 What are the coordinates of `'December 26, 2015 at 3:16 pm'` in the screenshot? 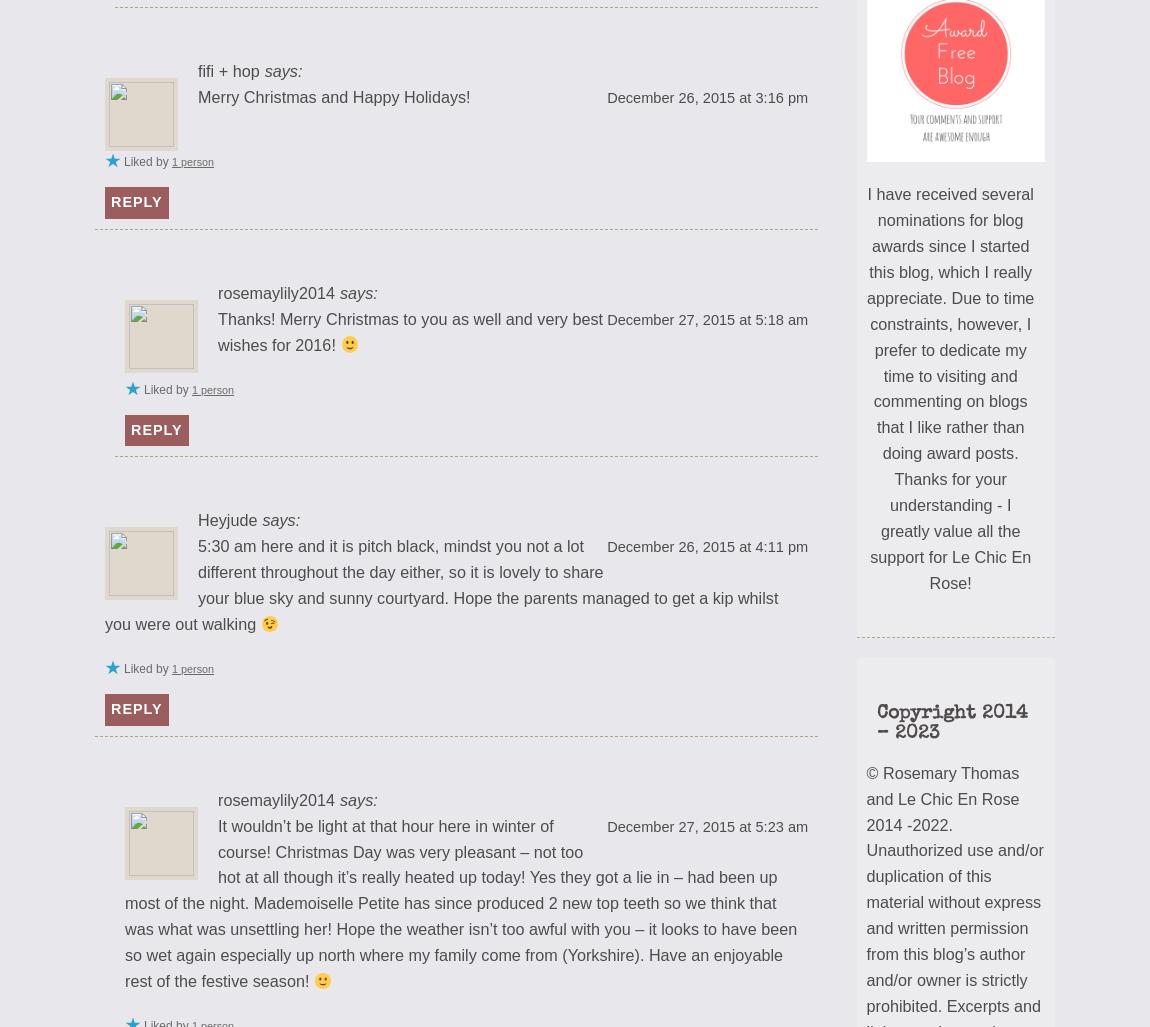 It's located at (706, 96).